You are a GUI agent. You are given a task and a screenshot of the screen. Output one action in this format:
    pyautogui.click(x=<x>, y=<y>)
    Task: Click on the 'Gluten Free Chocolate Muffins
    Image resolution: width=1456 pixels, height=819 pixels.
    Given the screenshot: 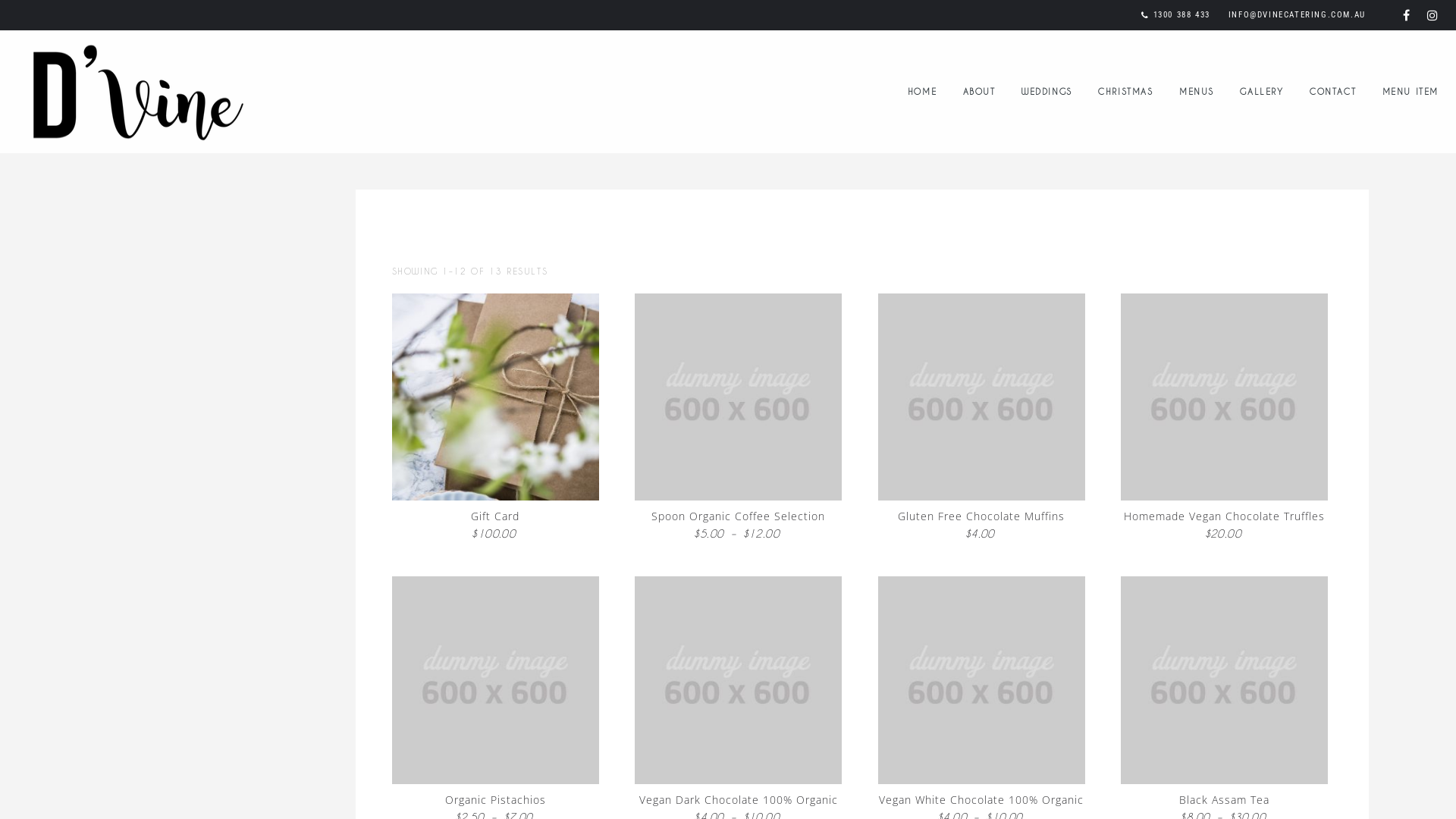 What is the action you would take?
    pyautogui.click(x=981, y=419)
    